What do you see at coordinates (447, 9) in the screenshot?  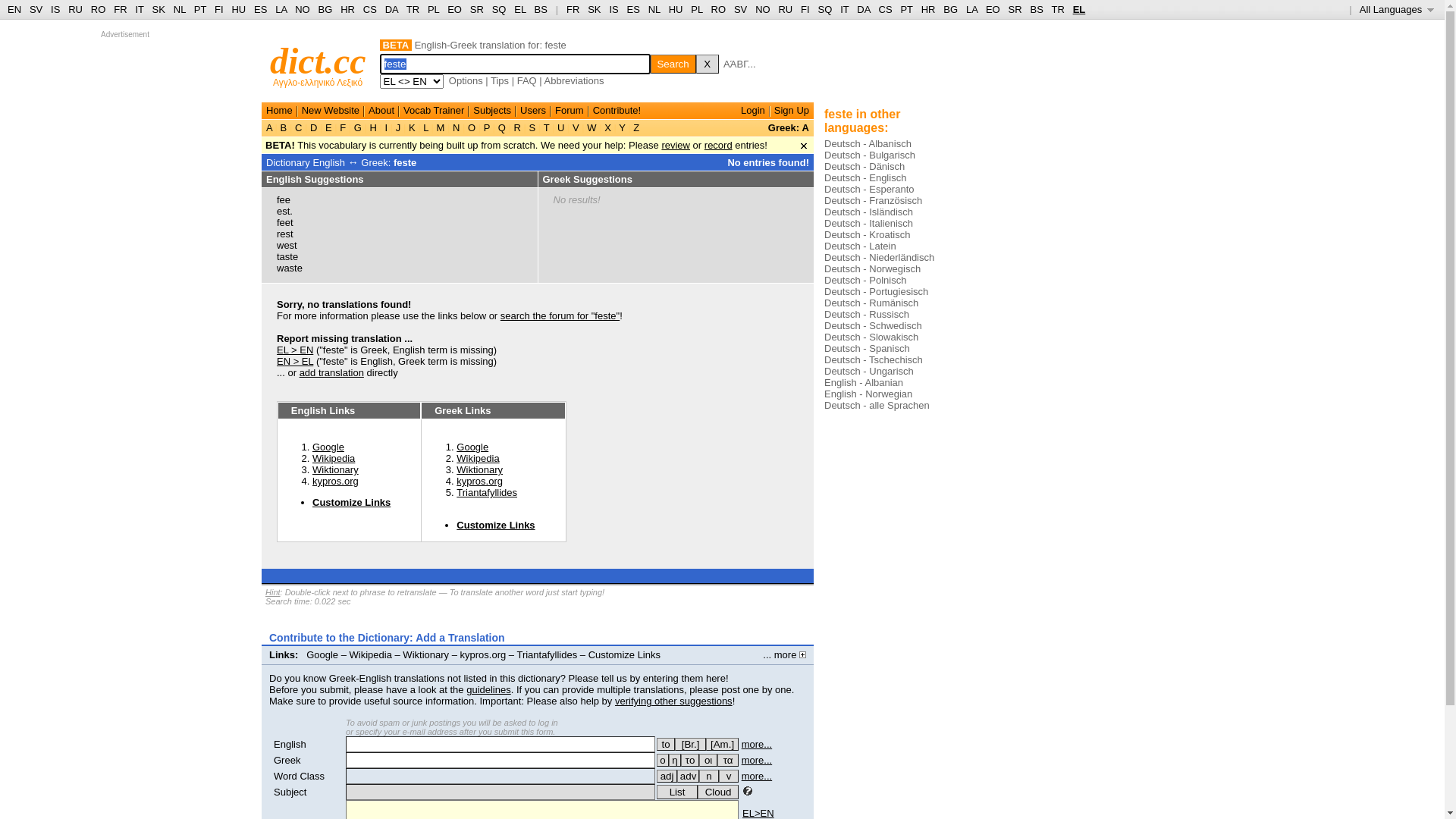 I see `'EO'` at bounding box center [447, 9].